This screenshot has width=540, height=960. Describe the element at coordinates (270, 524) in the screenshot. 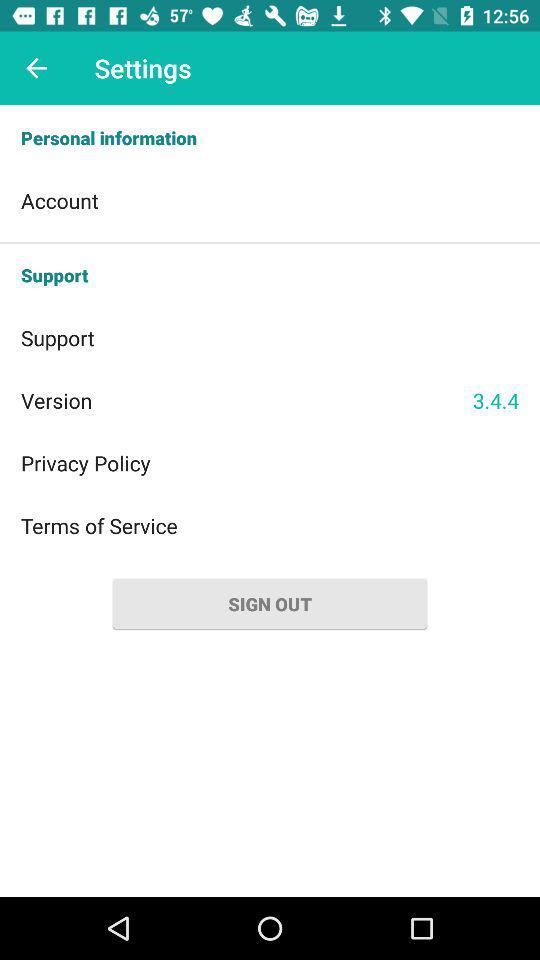

I see `the icon above sign out item` at that location.